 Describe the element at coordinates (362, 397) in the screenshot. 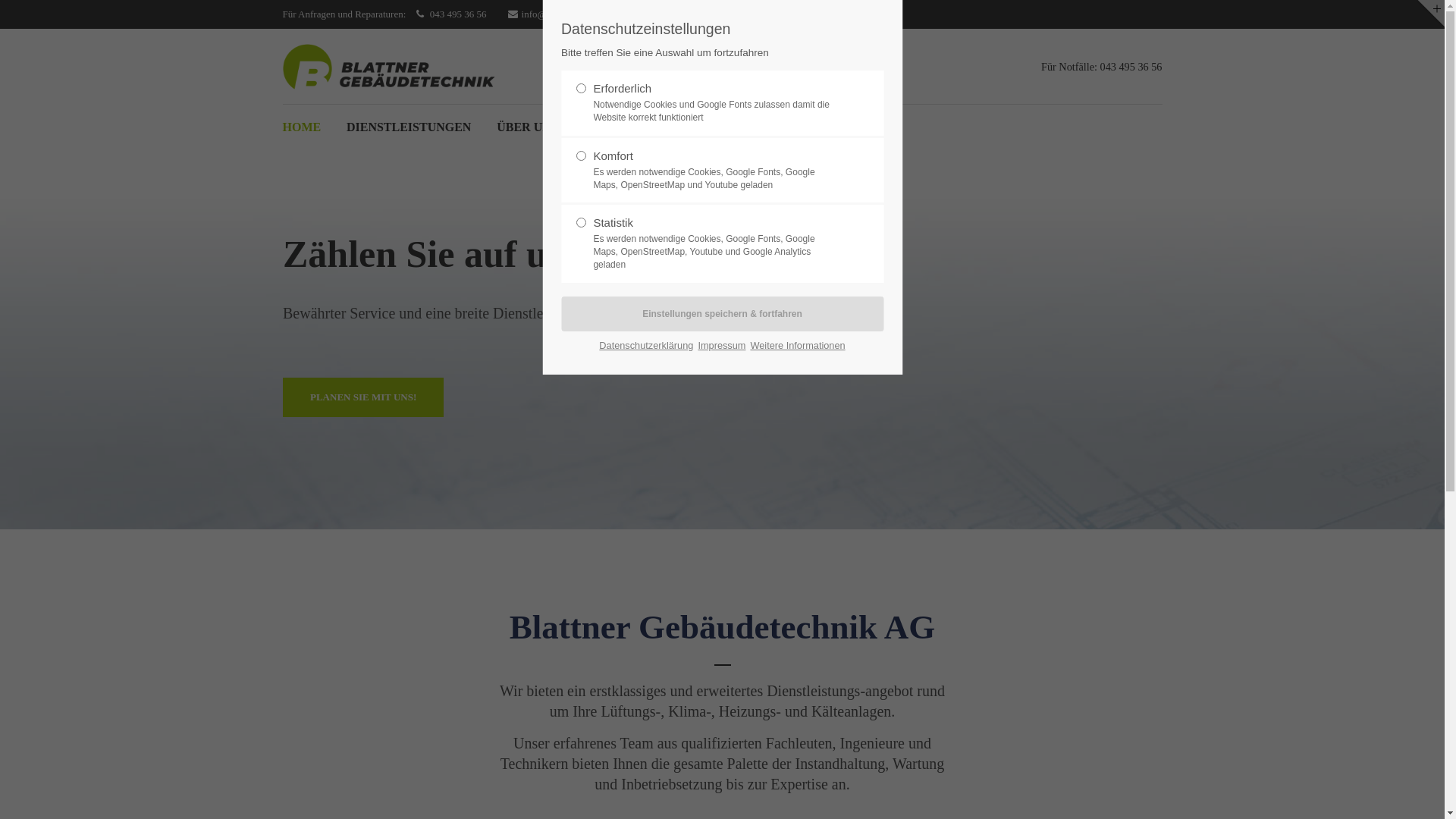

I see `'PLANEN SIE MIT UNS!'` at that location.